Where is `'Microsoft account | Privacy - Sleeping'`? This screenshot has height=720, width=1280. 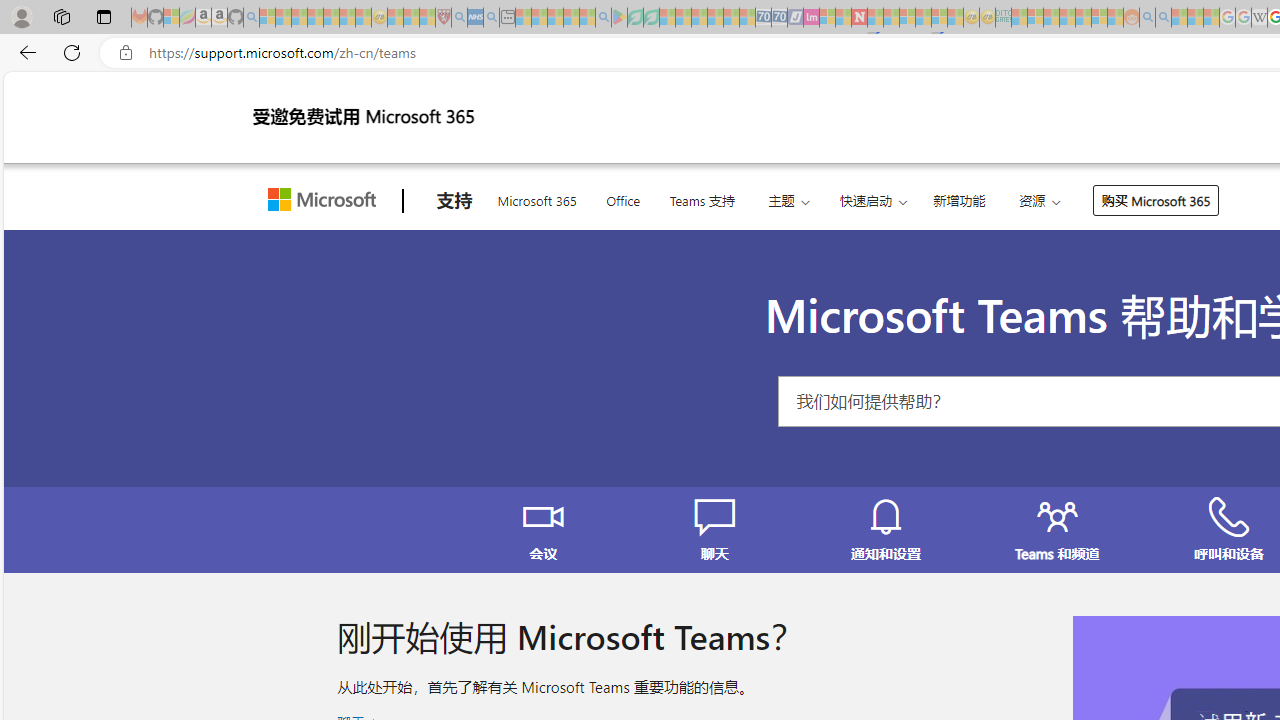 'Microsoft account | Privacy - Sleeping' is located at coordinates (1035, 17).